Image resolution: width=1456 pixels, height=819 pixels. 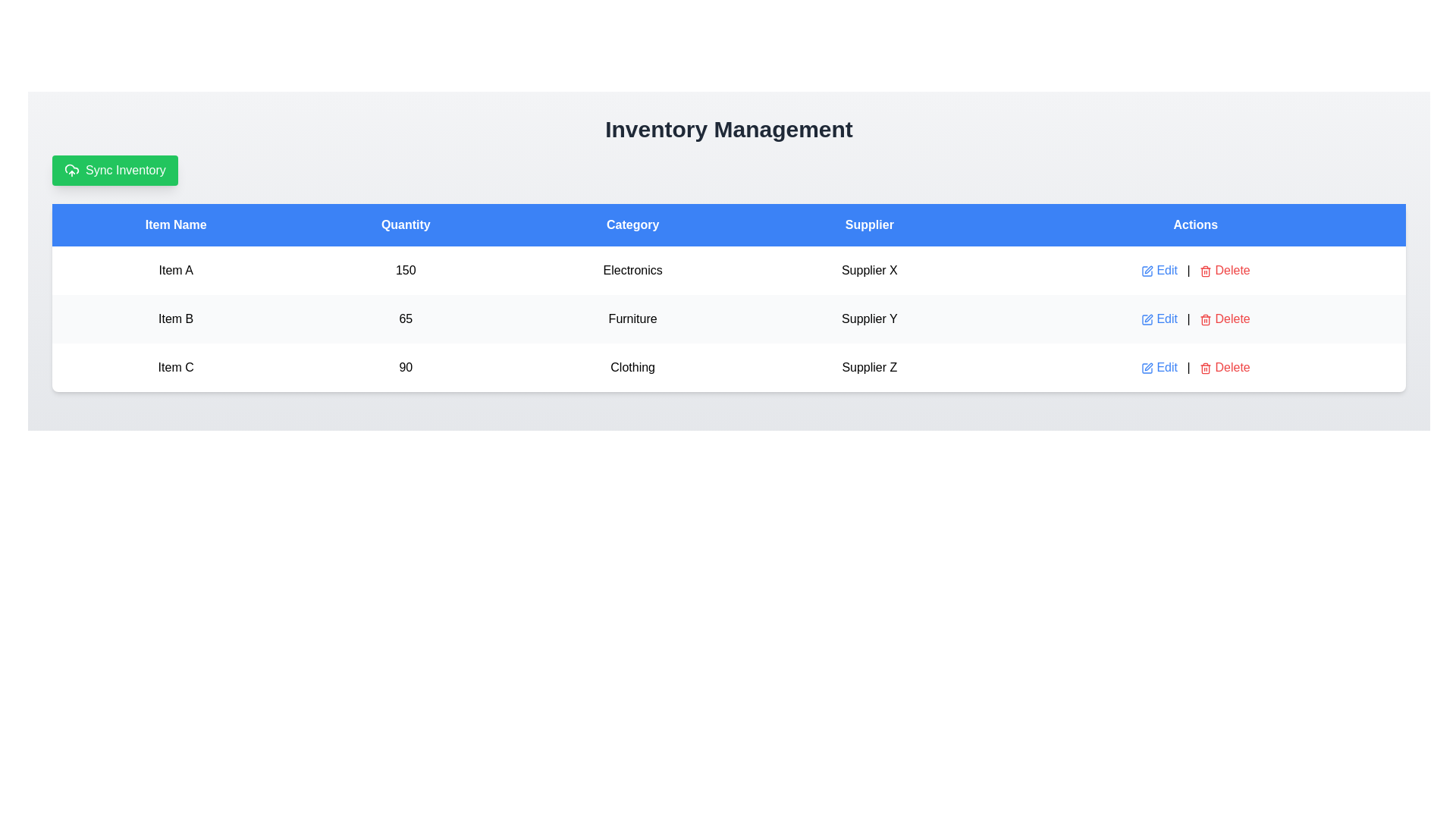 What do you see at coordinates (1205, 369) in the screenshot?
I see `the delete button represented by a trash can icon located in the 'Actions' column for 'Item B'` at bounding box center [1205, 369].